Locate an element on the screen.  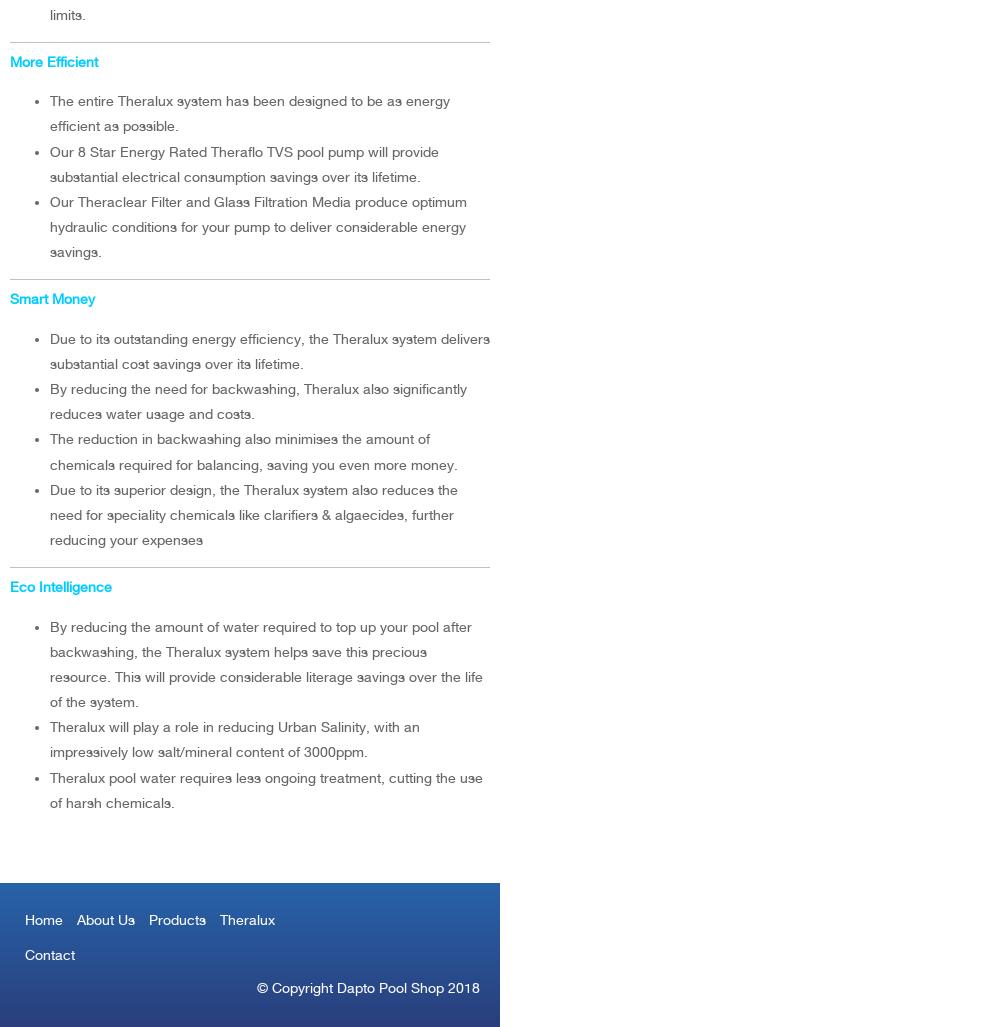
'Theralux pool water requires less ongoing treatment, cutting the use of harsh chemicals.' is located at coordinates (50, 788).